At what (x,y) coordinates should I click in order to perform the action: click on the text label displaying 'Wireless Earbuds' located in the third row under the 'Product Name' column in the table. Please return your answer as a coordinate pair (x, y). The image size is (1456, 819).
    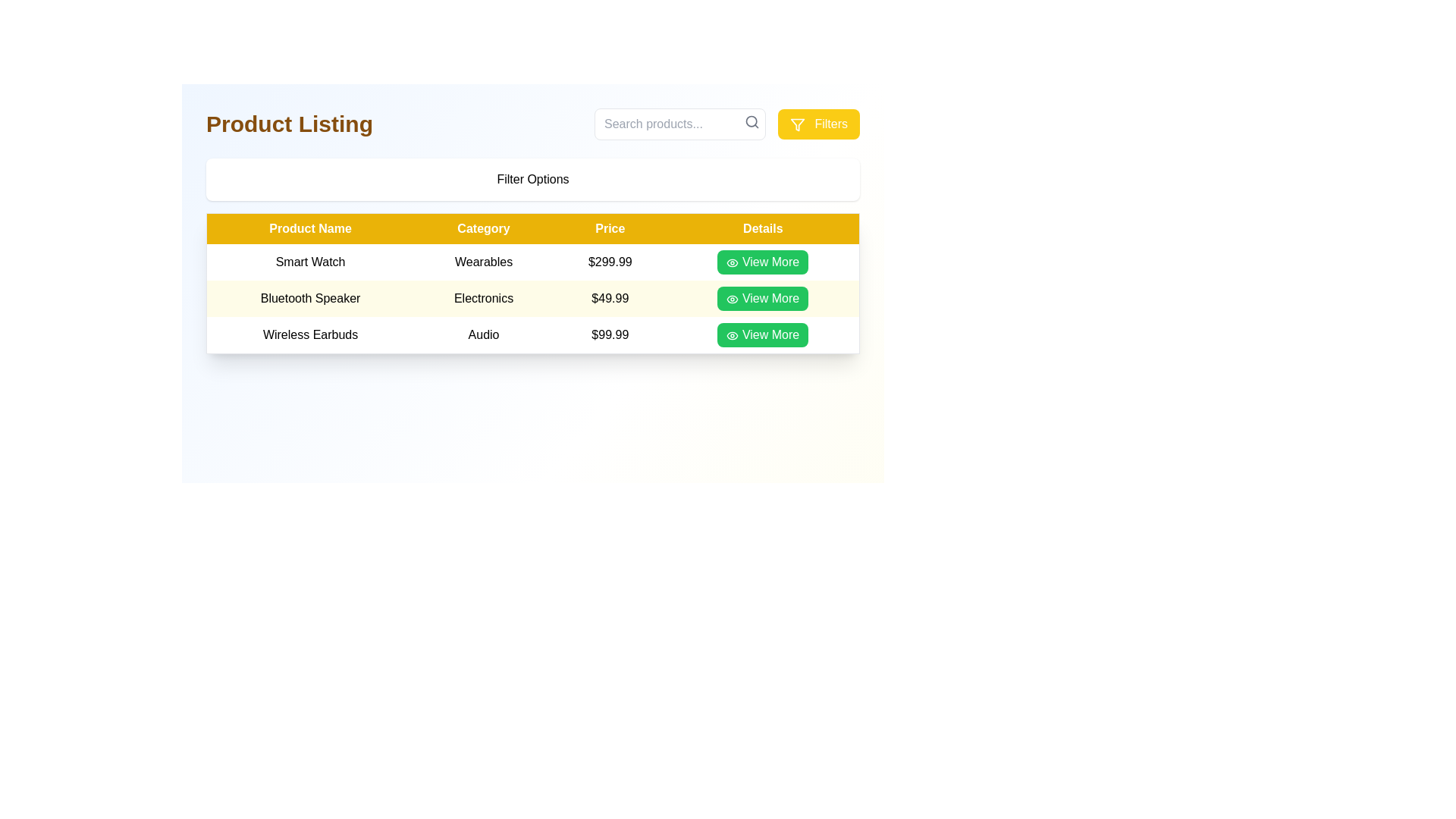
    Looking at the image, I should click on (309, 334).